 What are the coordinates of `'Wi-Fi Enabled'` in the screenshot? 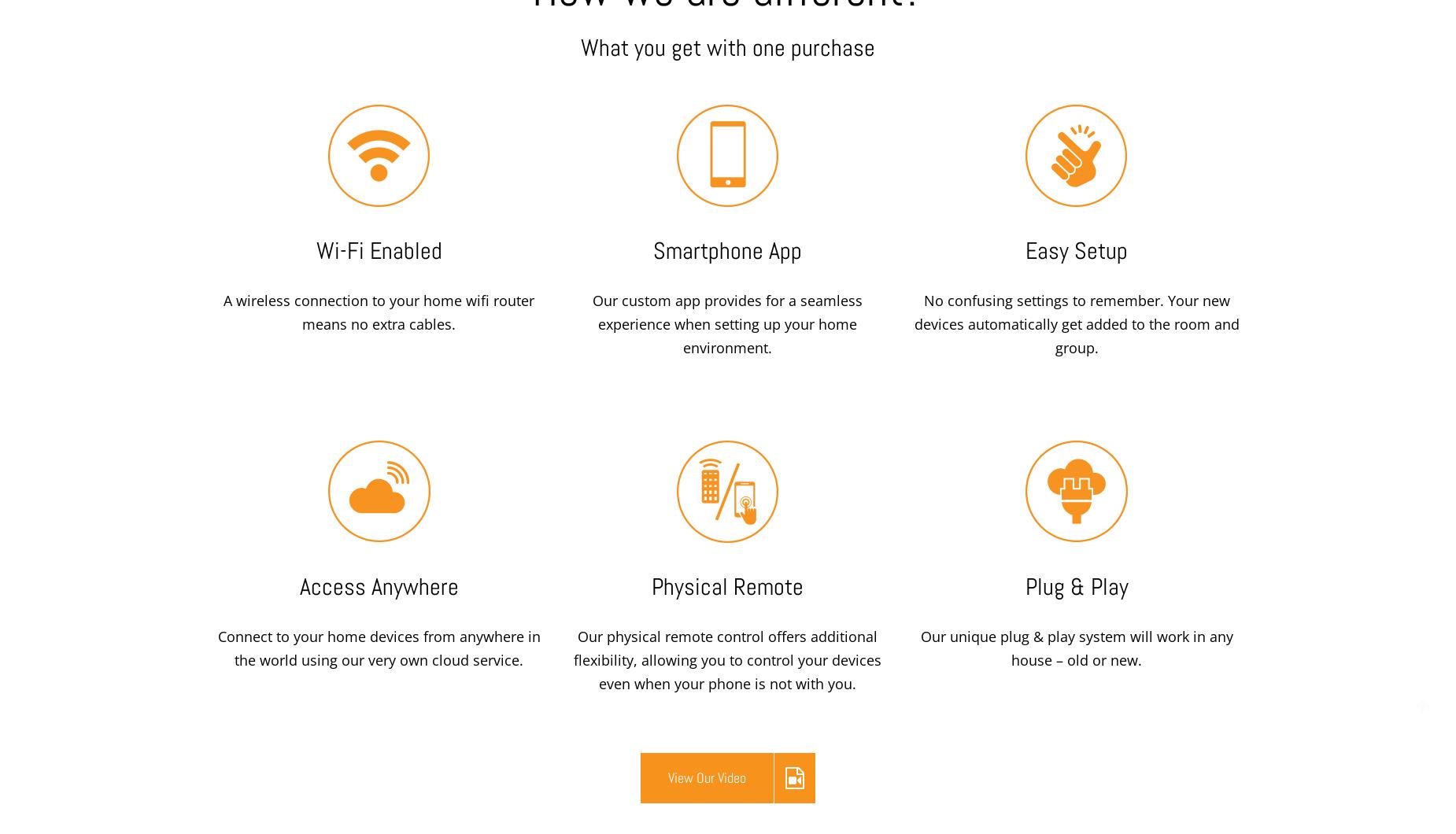 It's located at (315, 250).